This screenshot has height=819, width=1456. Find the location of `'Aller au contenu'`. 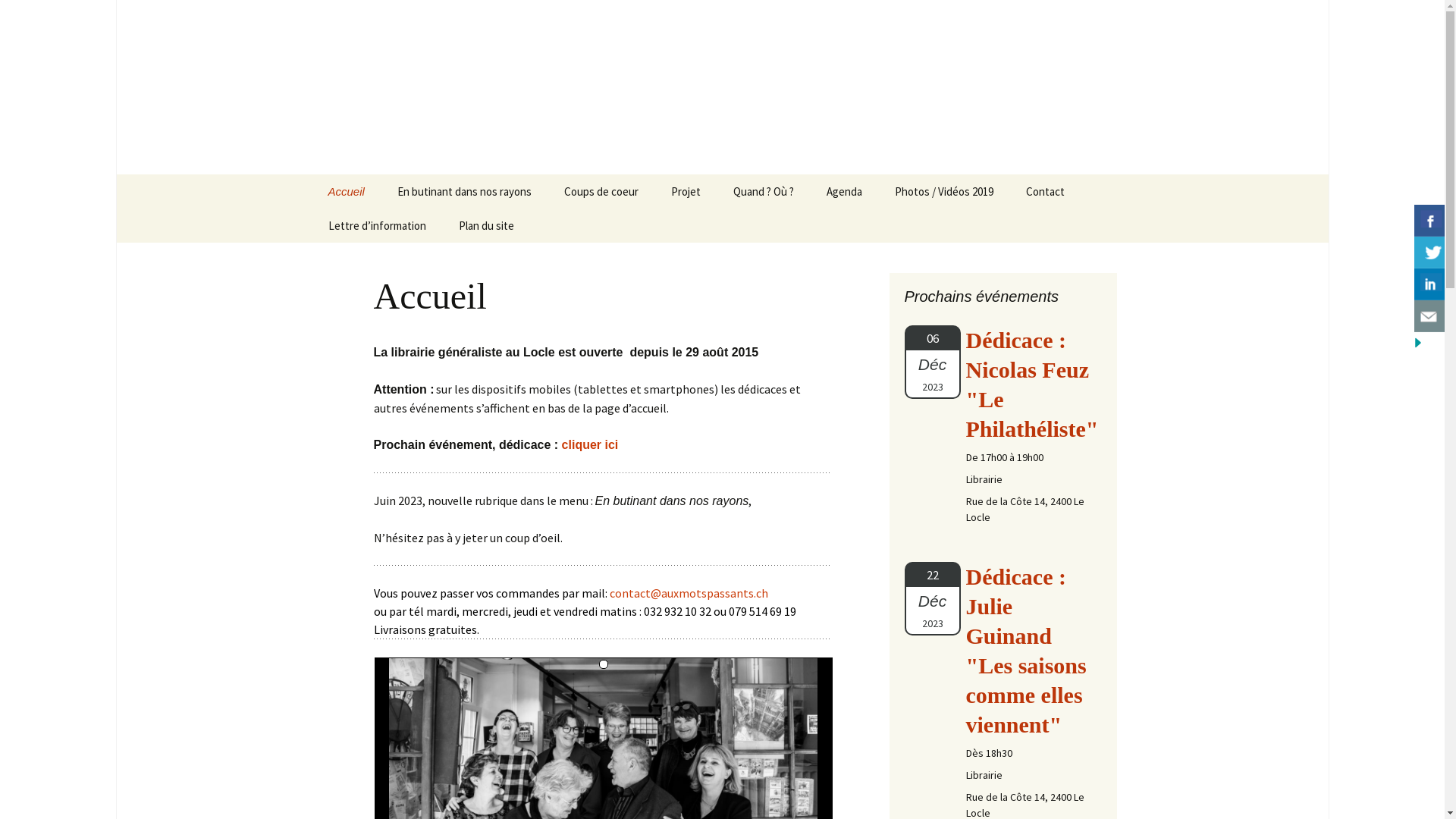

'Aller au contenu' is located at coordinates (312, 173).